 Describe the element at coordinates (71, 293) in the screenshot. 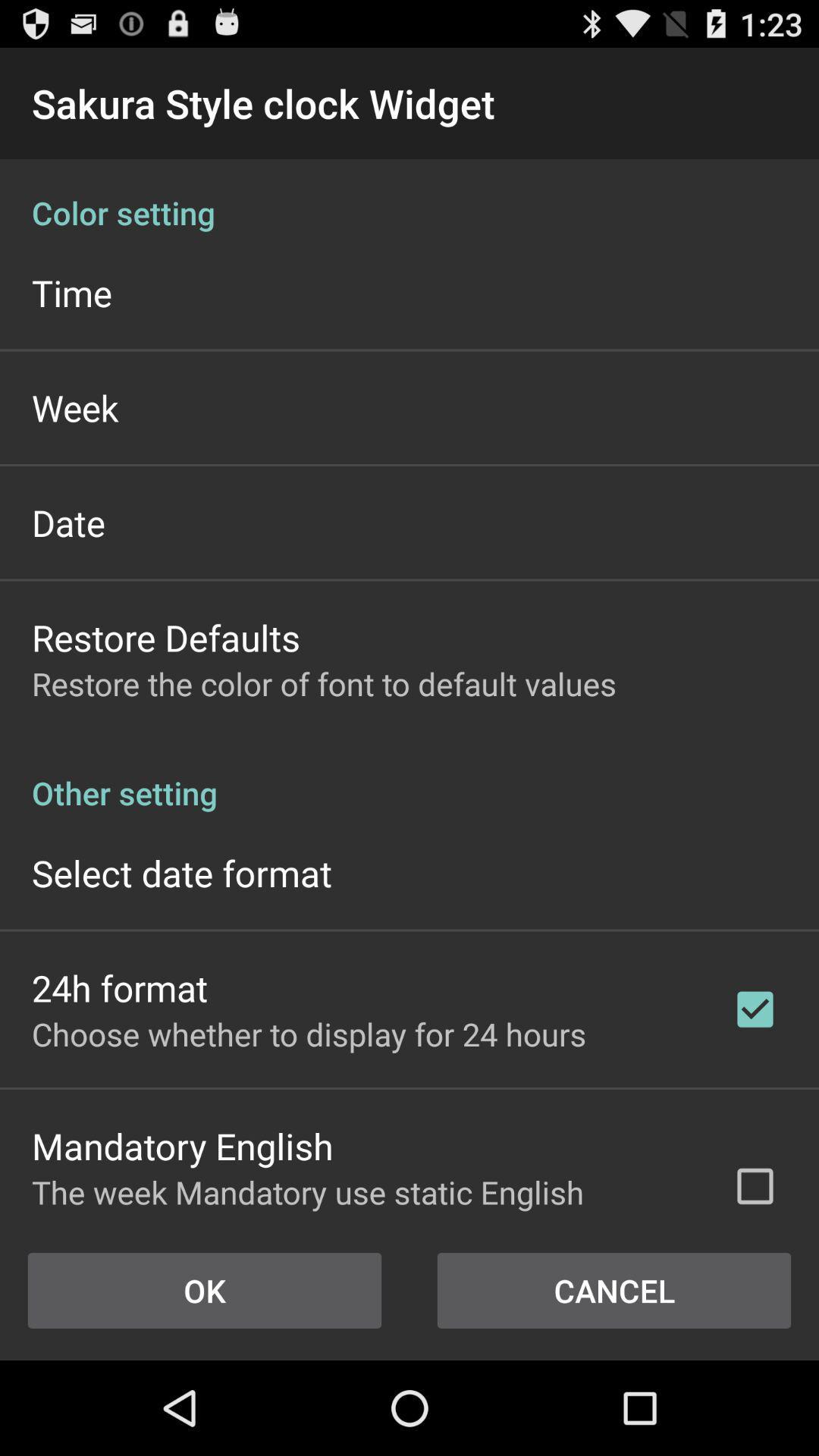

I see `item above week` at that location.